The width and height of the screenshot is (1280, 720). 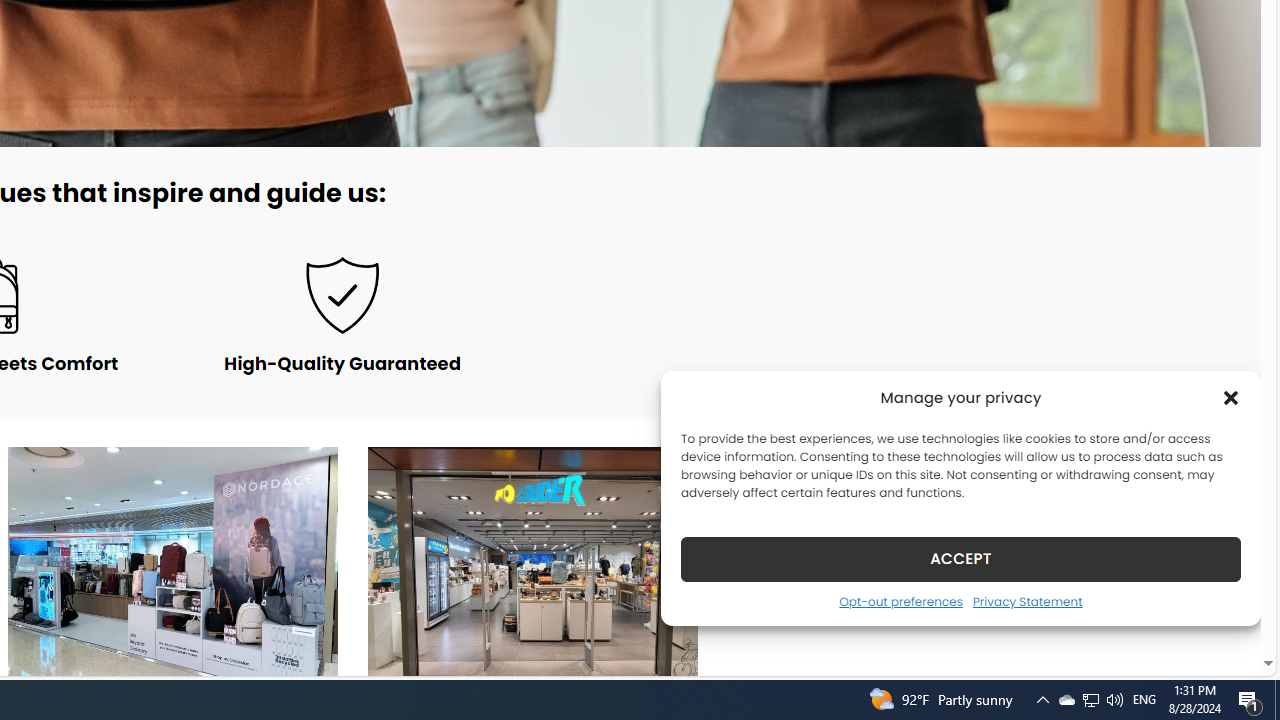 I want to click on 'ACCEPT', so click(x=961, y=558).